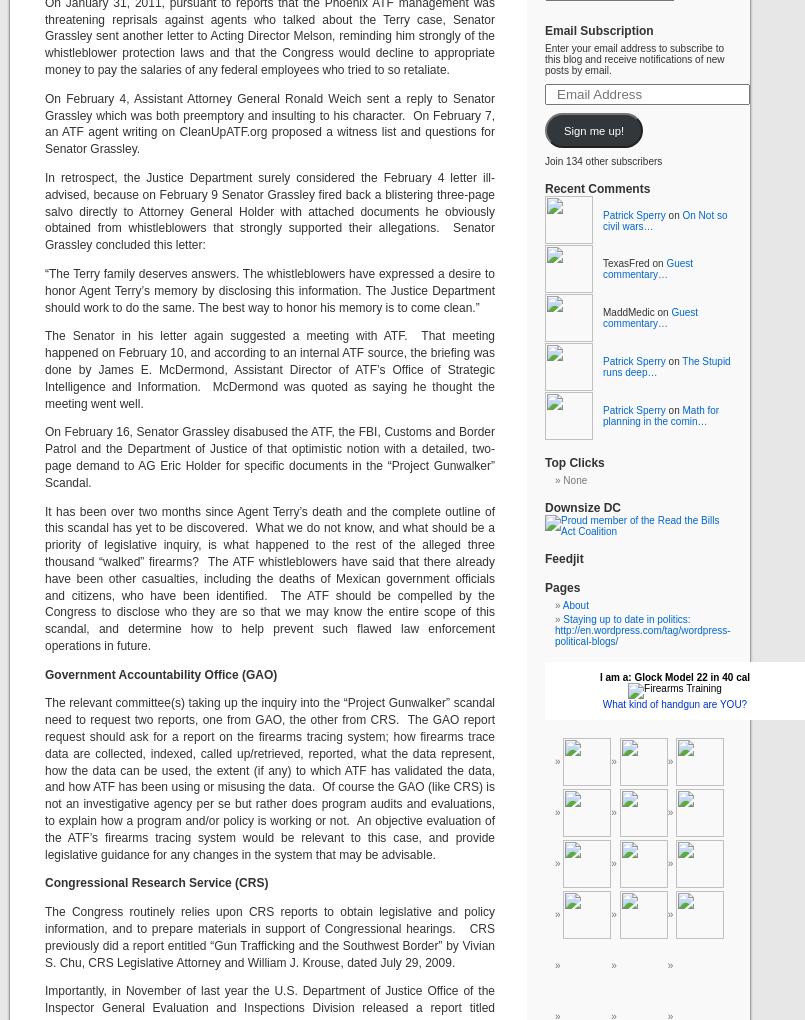  I want to click on 'Enter your email address to subscribe to this blog and receive notifications of new posts by email.', so click(633, 59).